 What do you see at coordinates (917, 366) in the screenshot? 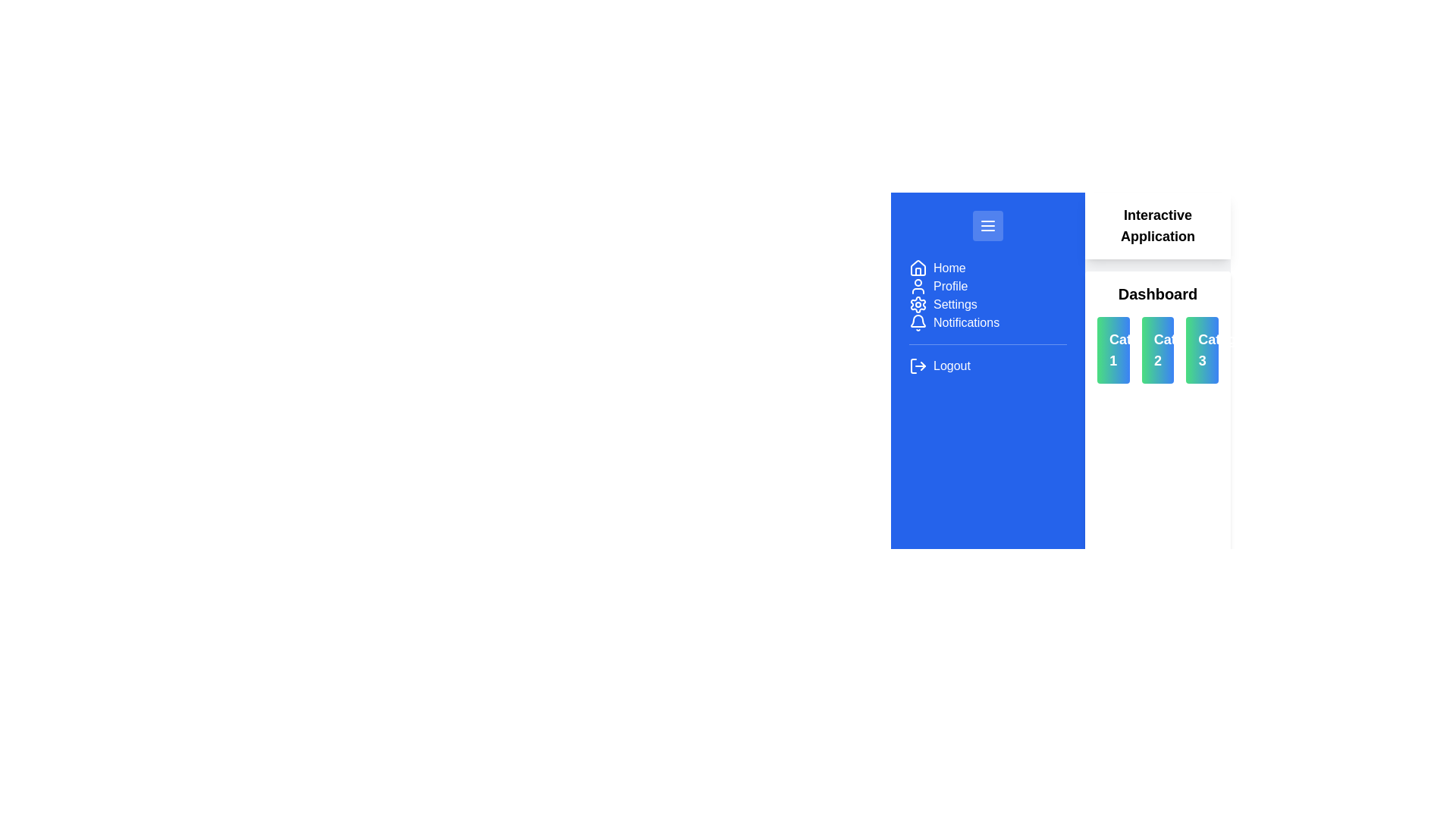
I see `the logout icon which is styled with a white arrow on a blue background, located at the bottom of the vertical navigation bar` at bounding box center [917, 366].